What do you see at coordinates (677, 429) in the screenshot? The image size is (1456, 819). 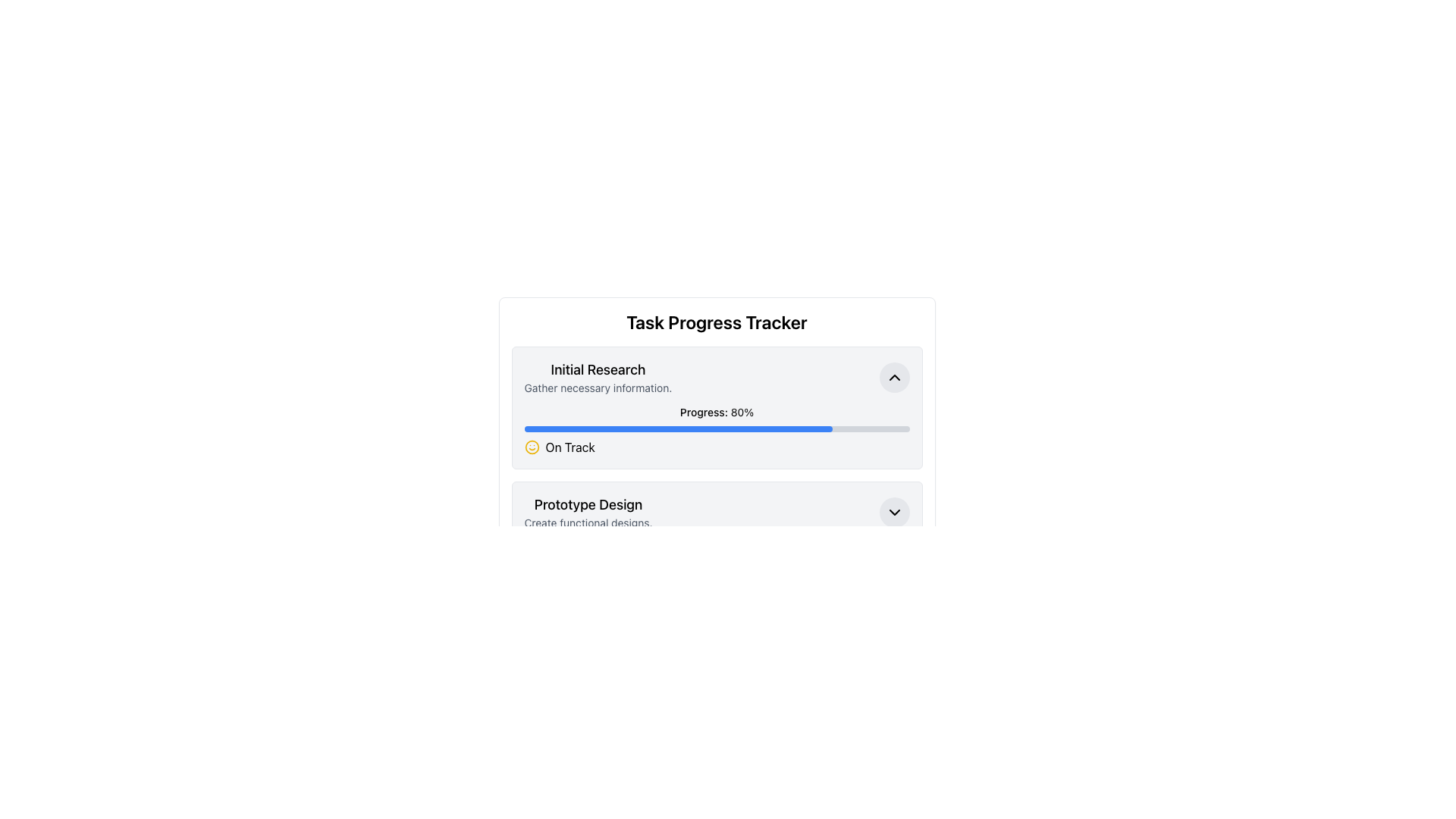 I see `visual representation of the progress bar located below the 'Progress: 80%' text for 'Initial Research'` at bounding box center [677, 429].